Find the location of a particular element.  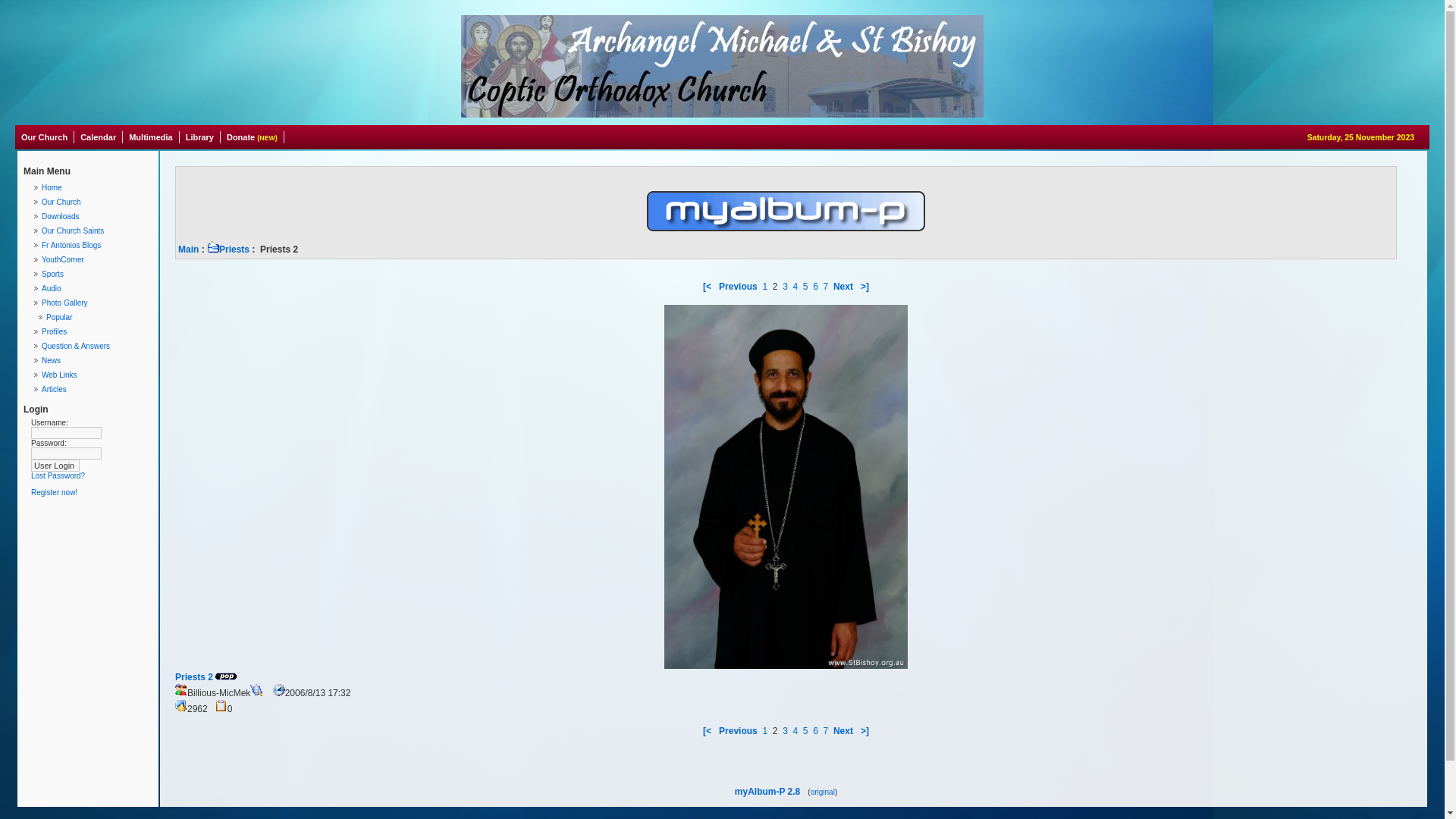

'3' is located at coordinates (785, 287).